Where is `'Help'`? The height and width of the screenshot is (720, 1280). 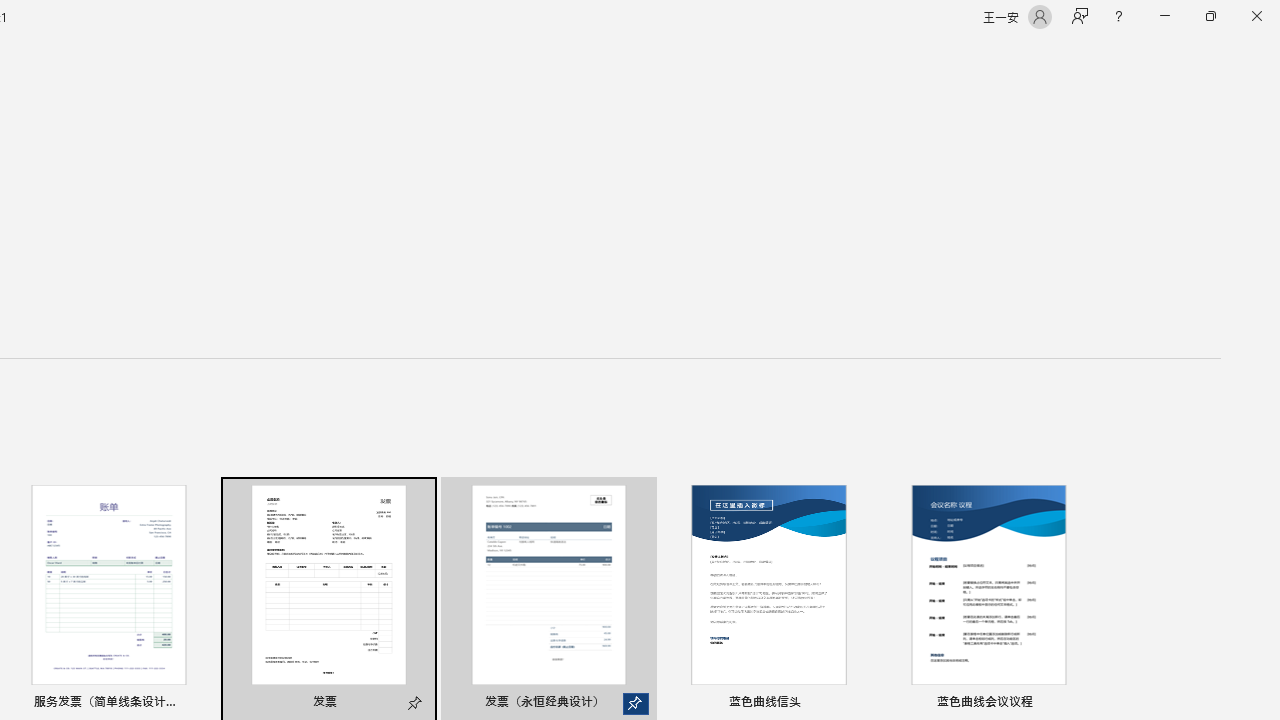 'Help' is located at coordinates (1117, 16).